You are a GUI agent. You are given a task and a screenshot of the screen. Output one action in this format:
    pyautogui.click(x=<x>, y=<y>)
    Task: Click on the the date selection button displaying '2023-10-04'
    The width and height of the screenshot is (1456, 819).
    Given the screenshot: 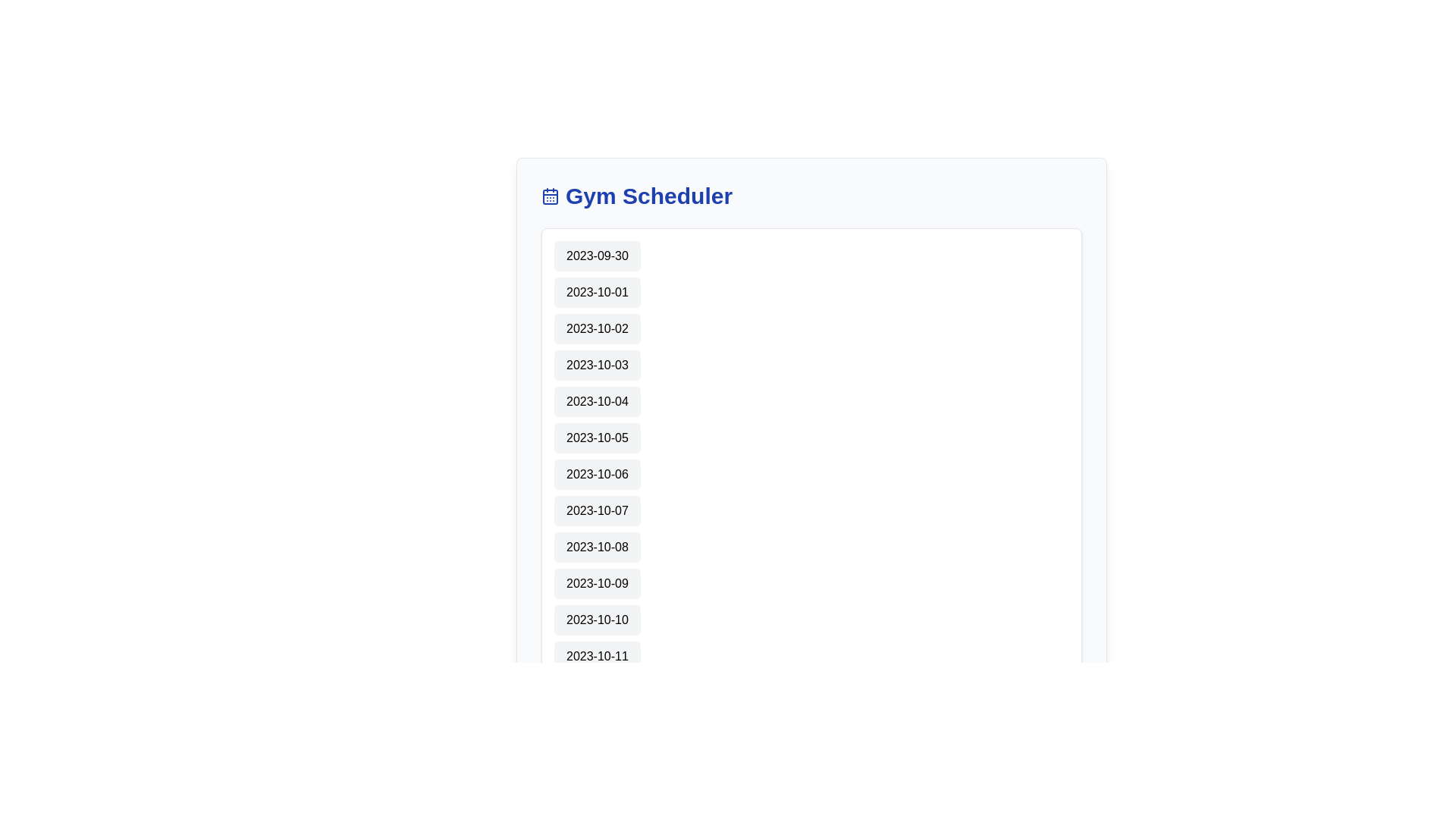 What is the action you would take?
    pyautogui.click(x=596, y=400)
    